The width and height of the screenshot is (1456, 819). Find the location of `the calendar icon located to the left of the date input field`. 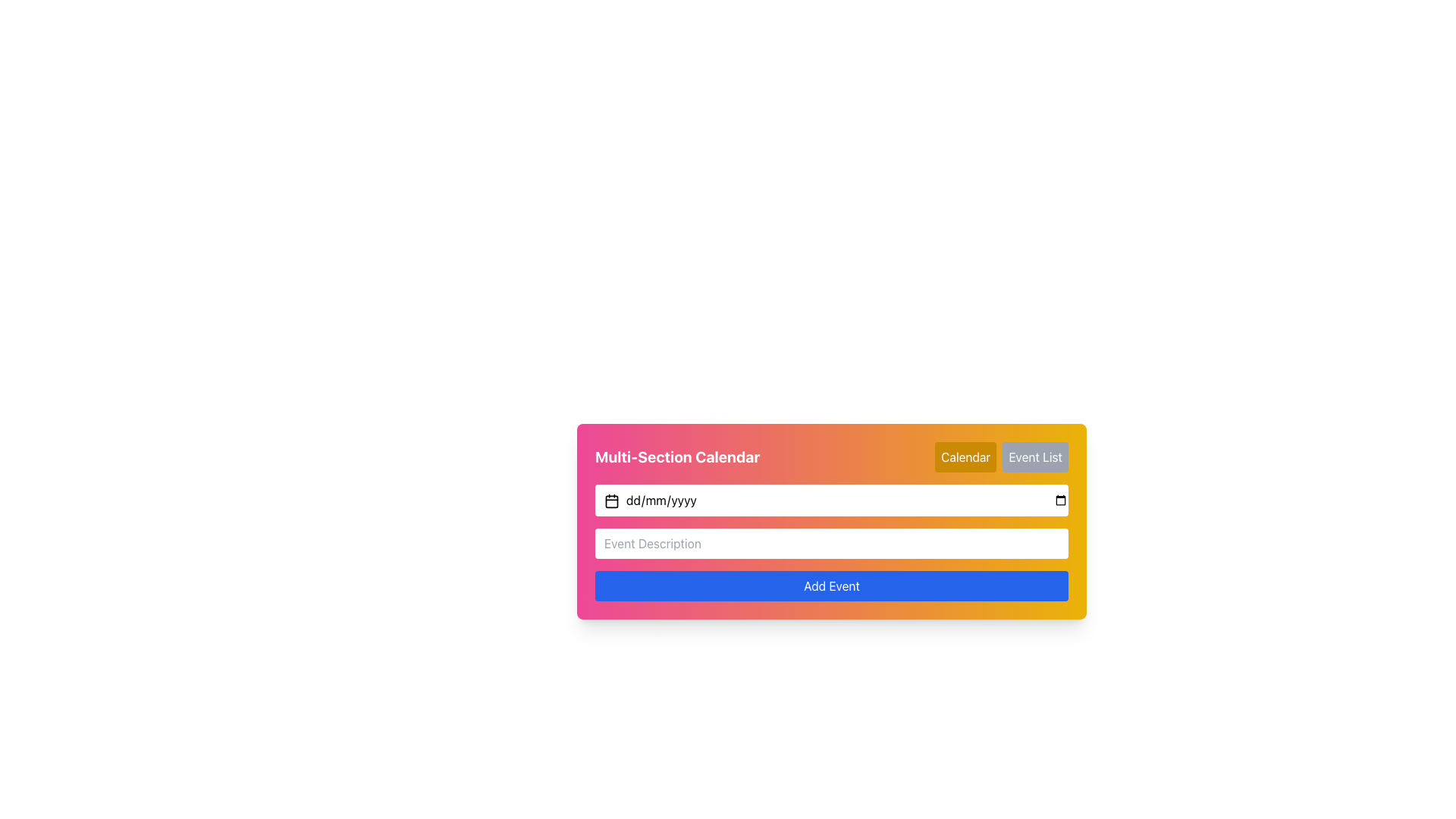

the calendar icon located to the left of the date input field is located at coordinates (611, 500).